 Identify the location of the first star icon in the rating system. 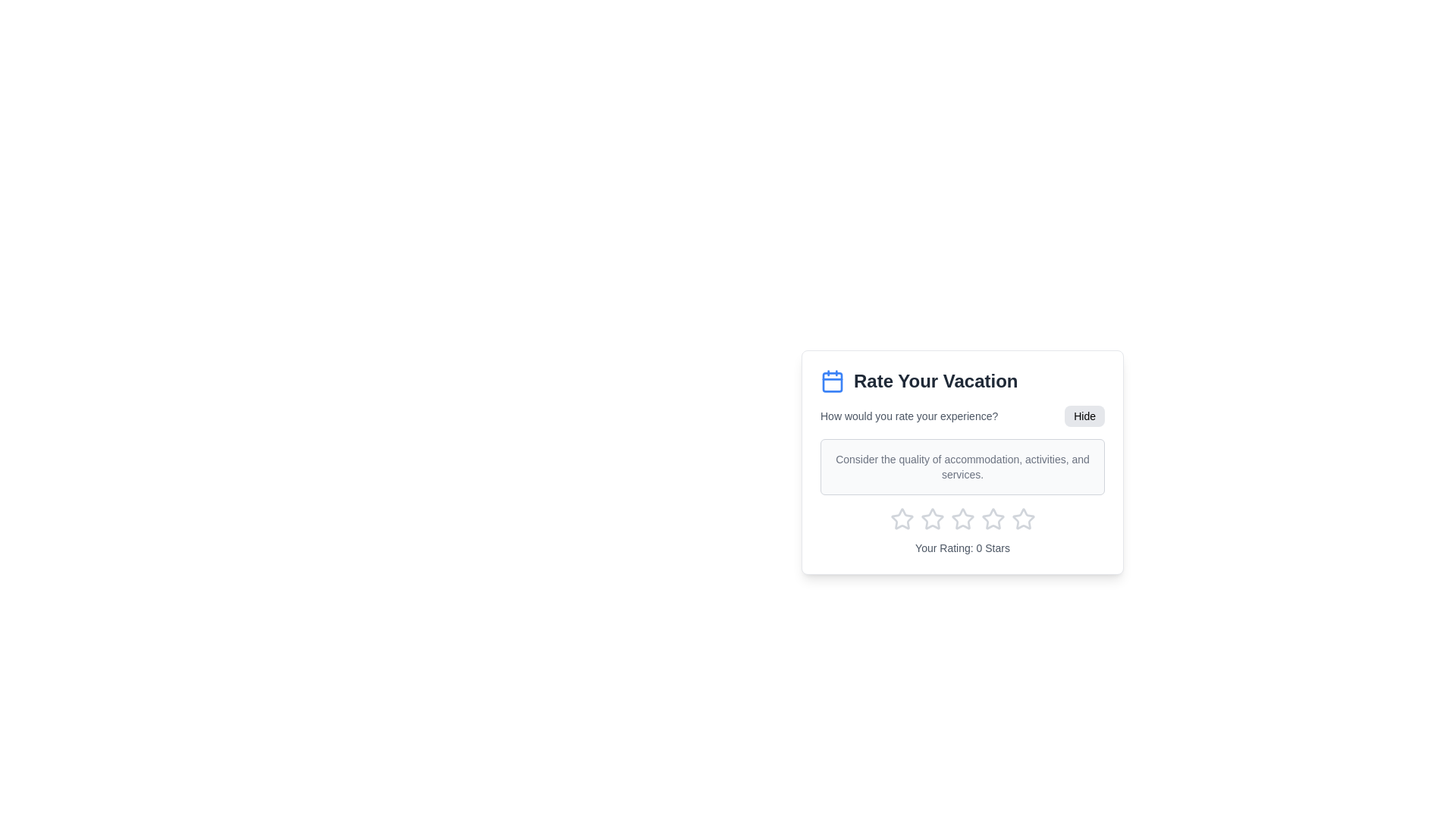
(902, 518).